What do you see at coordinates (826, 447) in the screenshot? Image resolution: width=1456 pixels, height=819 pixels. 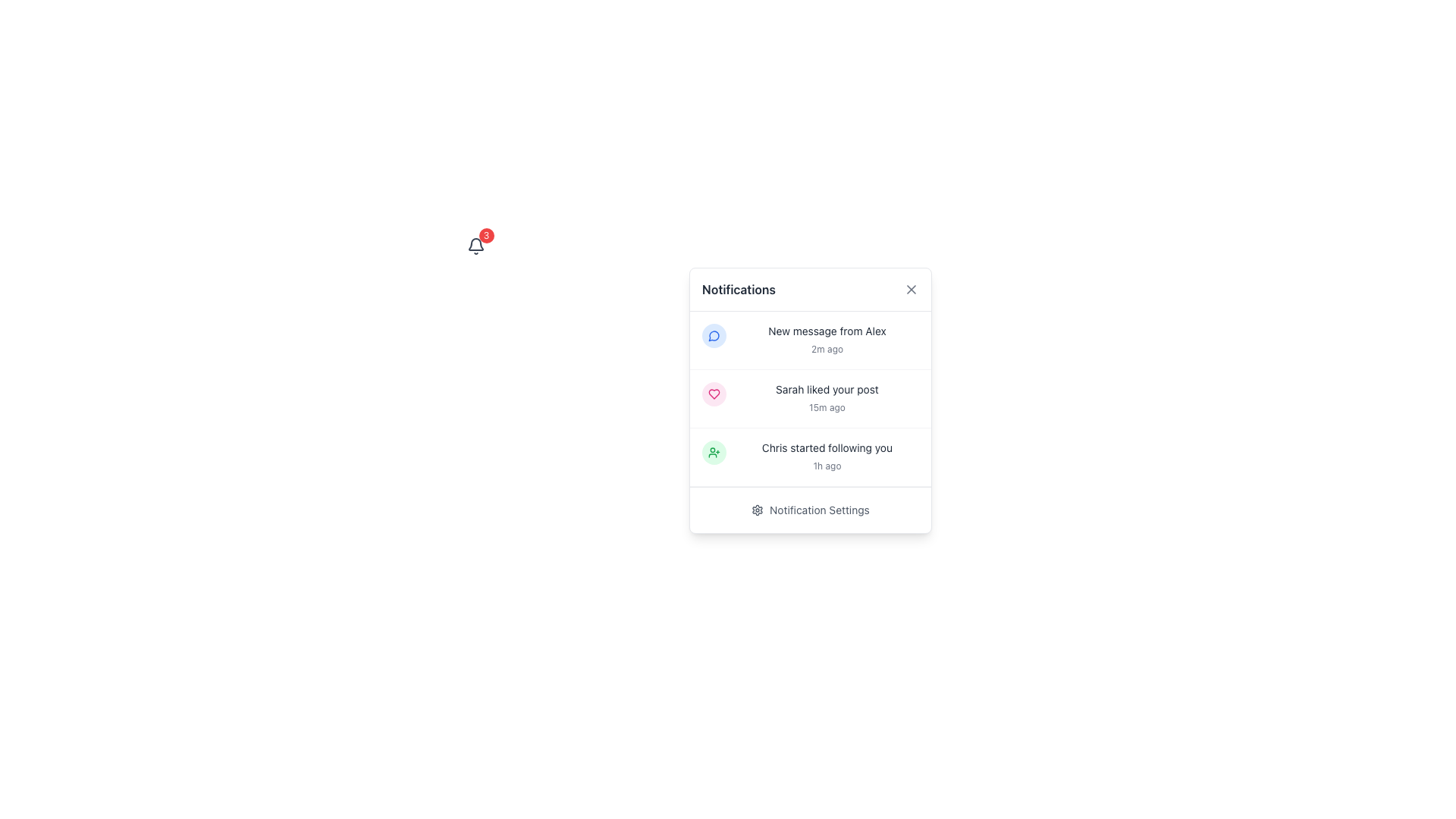 I see `displayed text of the notification about the new follower named Chris, which is the main text content of the third notification item in the dropdown list` at bounding box center [826, 447].